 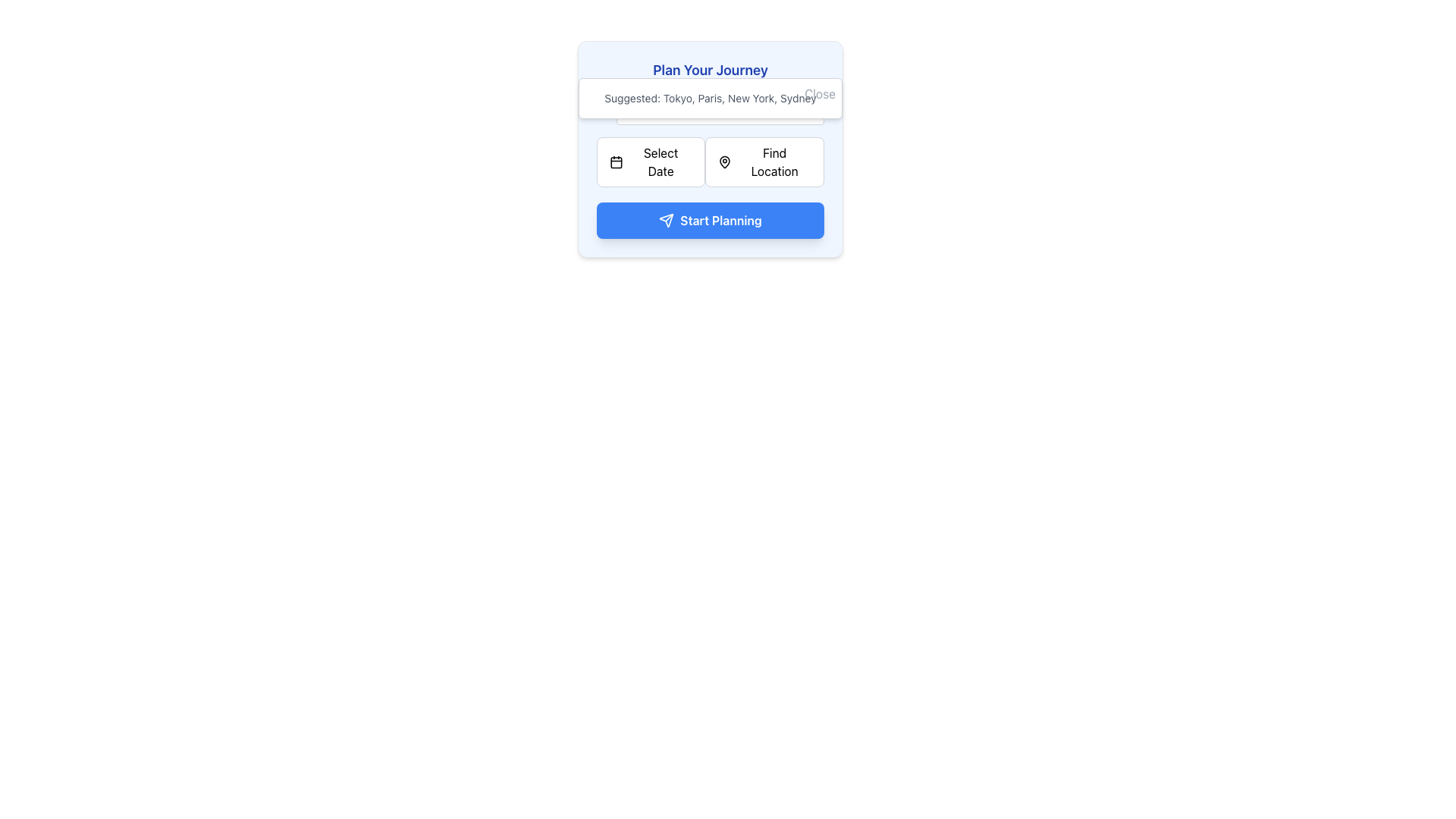 What do you see at coordinates (667, 220) in the screenshot?
I see `the icon located to the left of the 'Start Planning' text within the button component at the bottom of the card interface` at bounding box center [667, 220].